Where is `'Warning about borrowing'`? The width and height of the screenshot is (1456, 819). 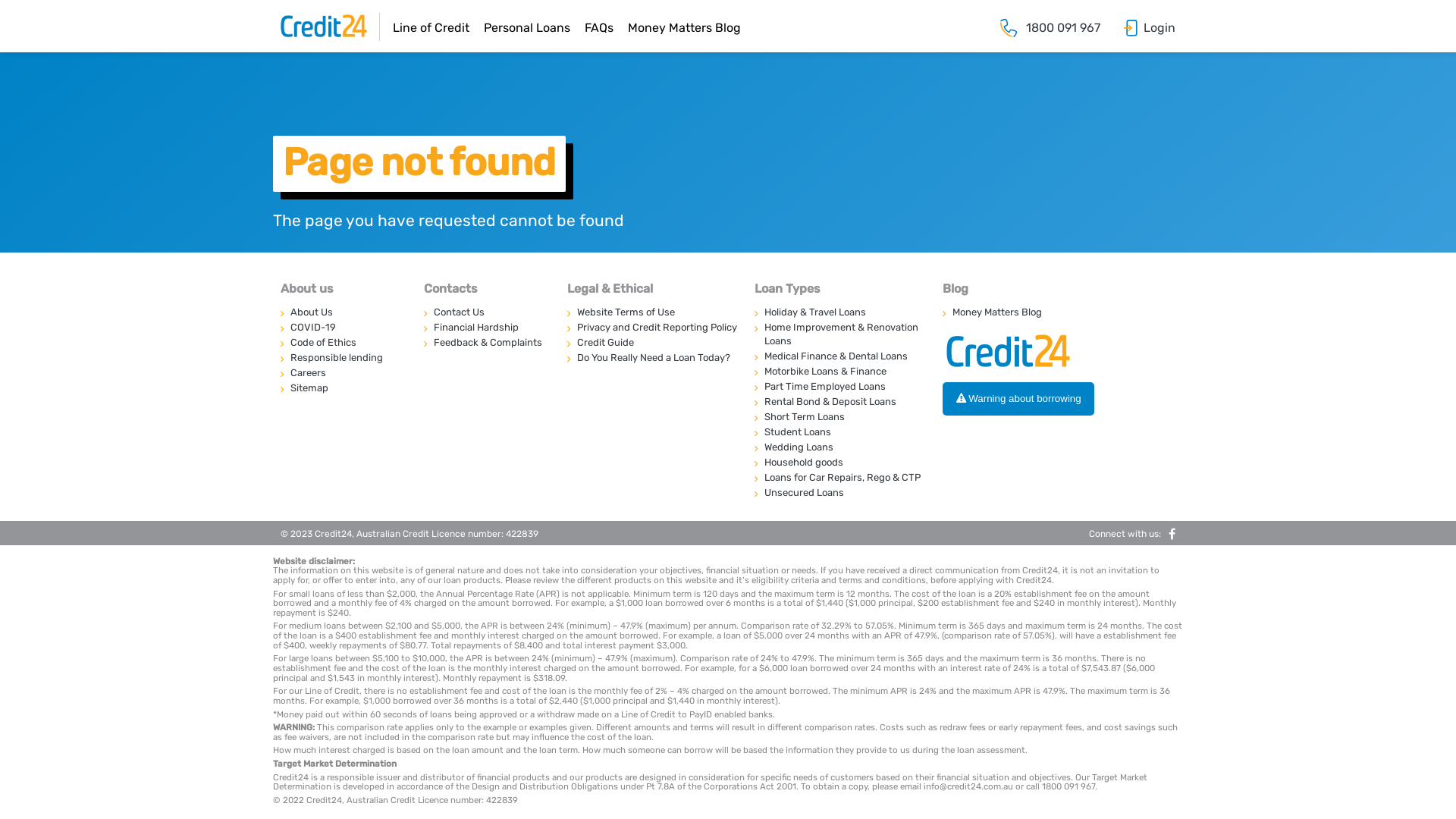 'Warning about borrowing' is located at coordinates (942, 397).